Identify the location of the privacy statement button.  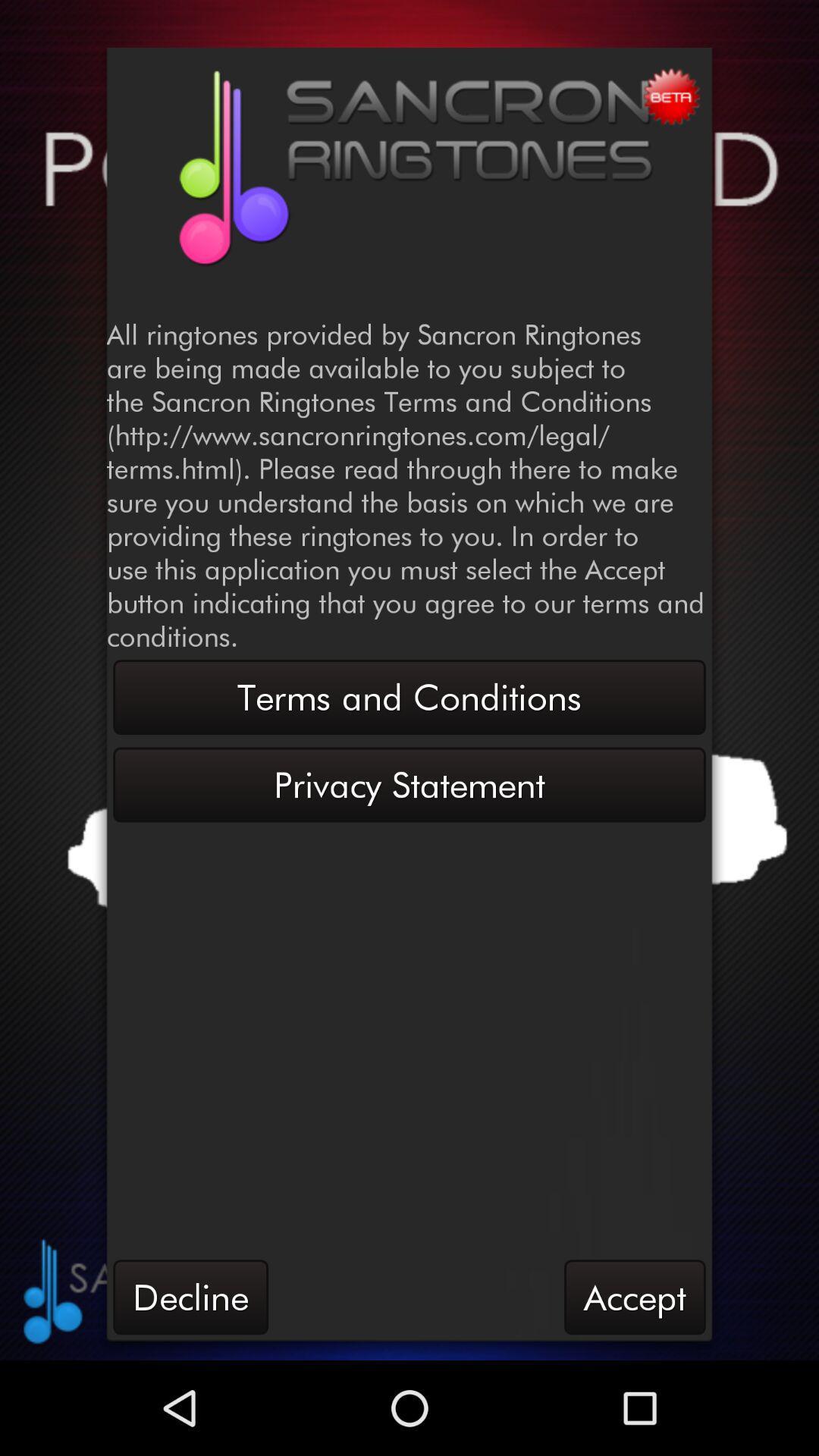
(409, 785).